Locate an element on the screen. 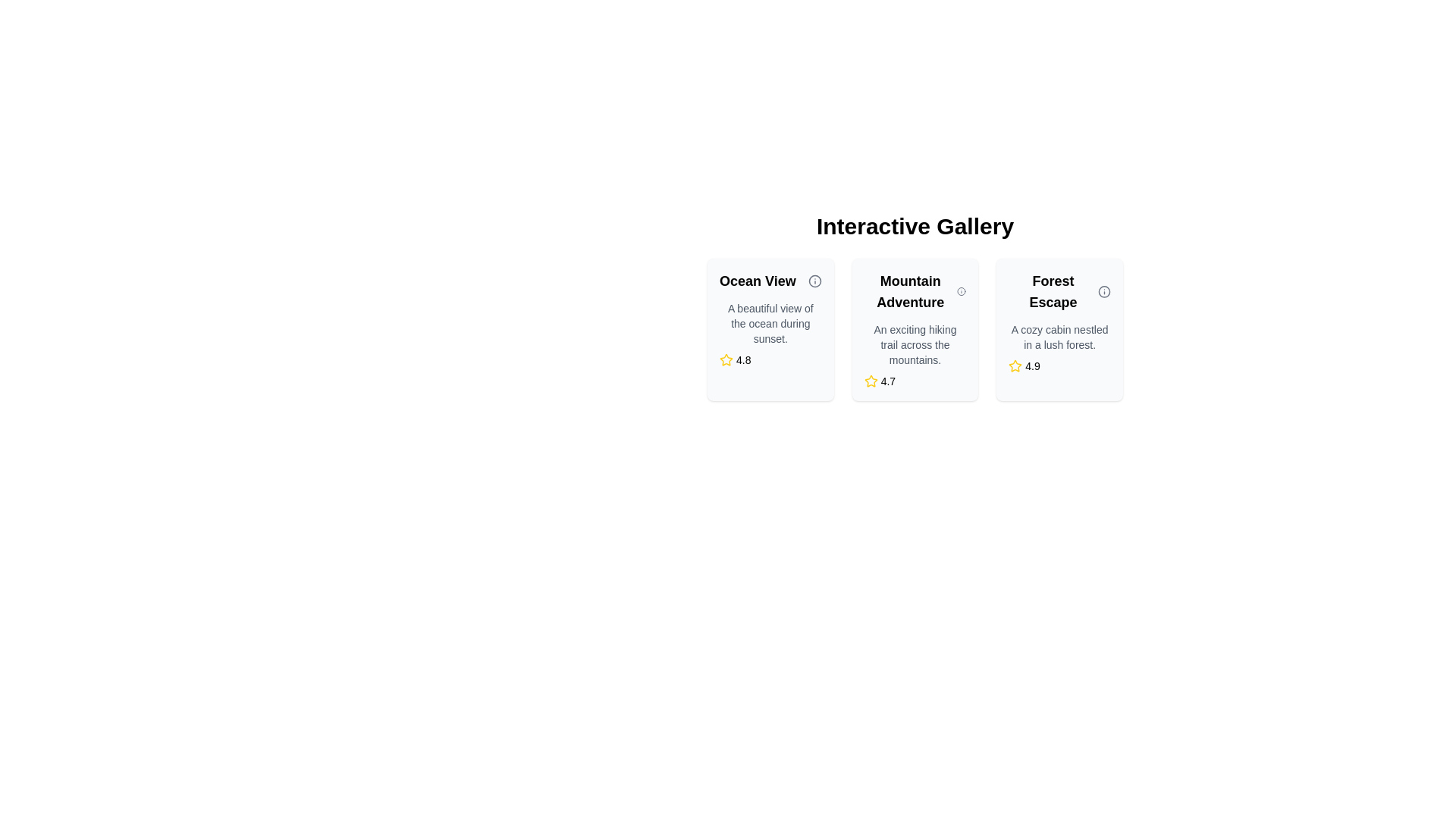  title text label located at the top section of the third card in the horizontally aligned gallery of three cards is located at coordinates (1059, 292).